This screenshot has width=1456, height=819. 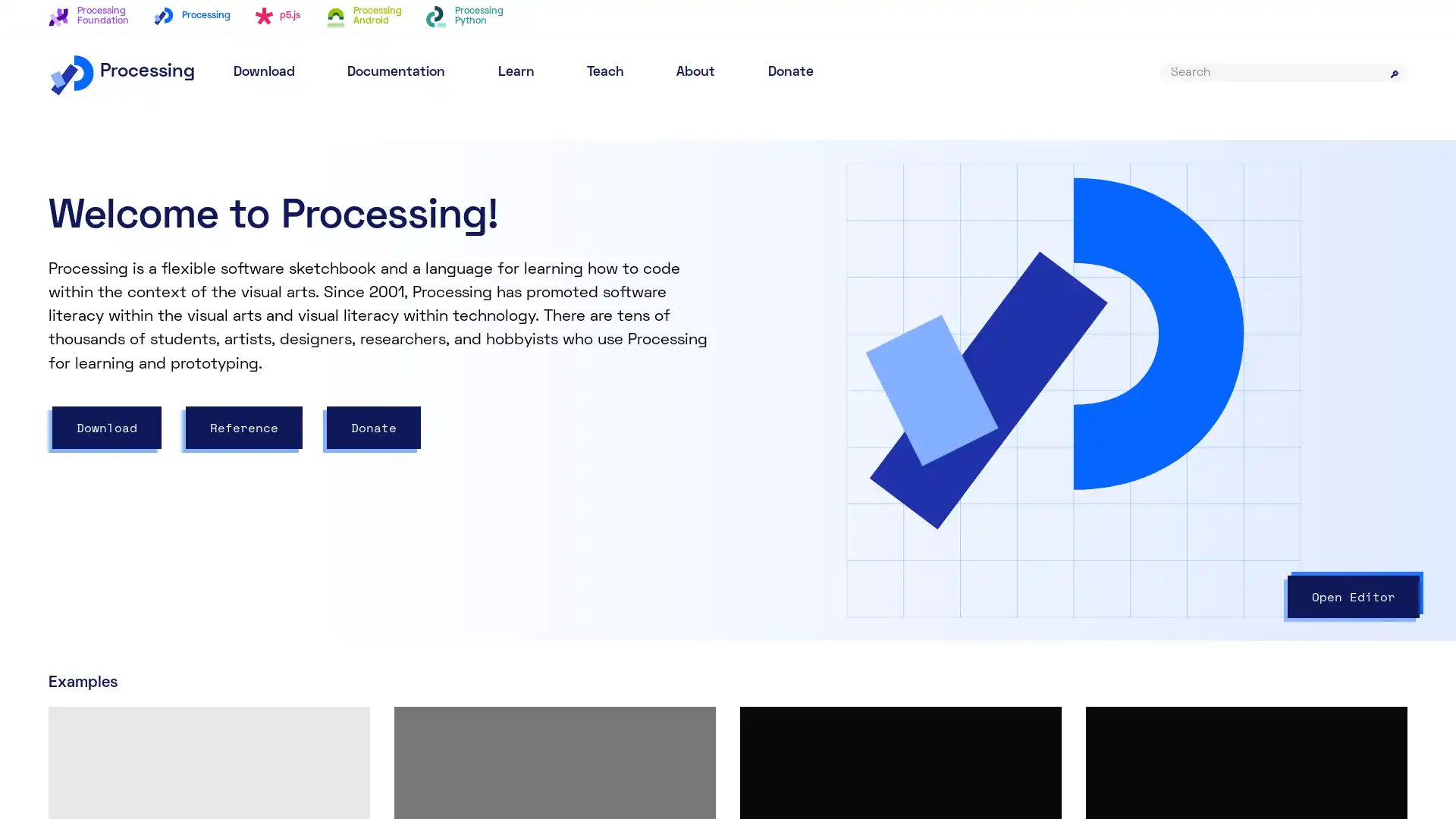 What do you see at coordinates (786, 519) in the screenshot?
I see `line` at bounding box center [786, 519].